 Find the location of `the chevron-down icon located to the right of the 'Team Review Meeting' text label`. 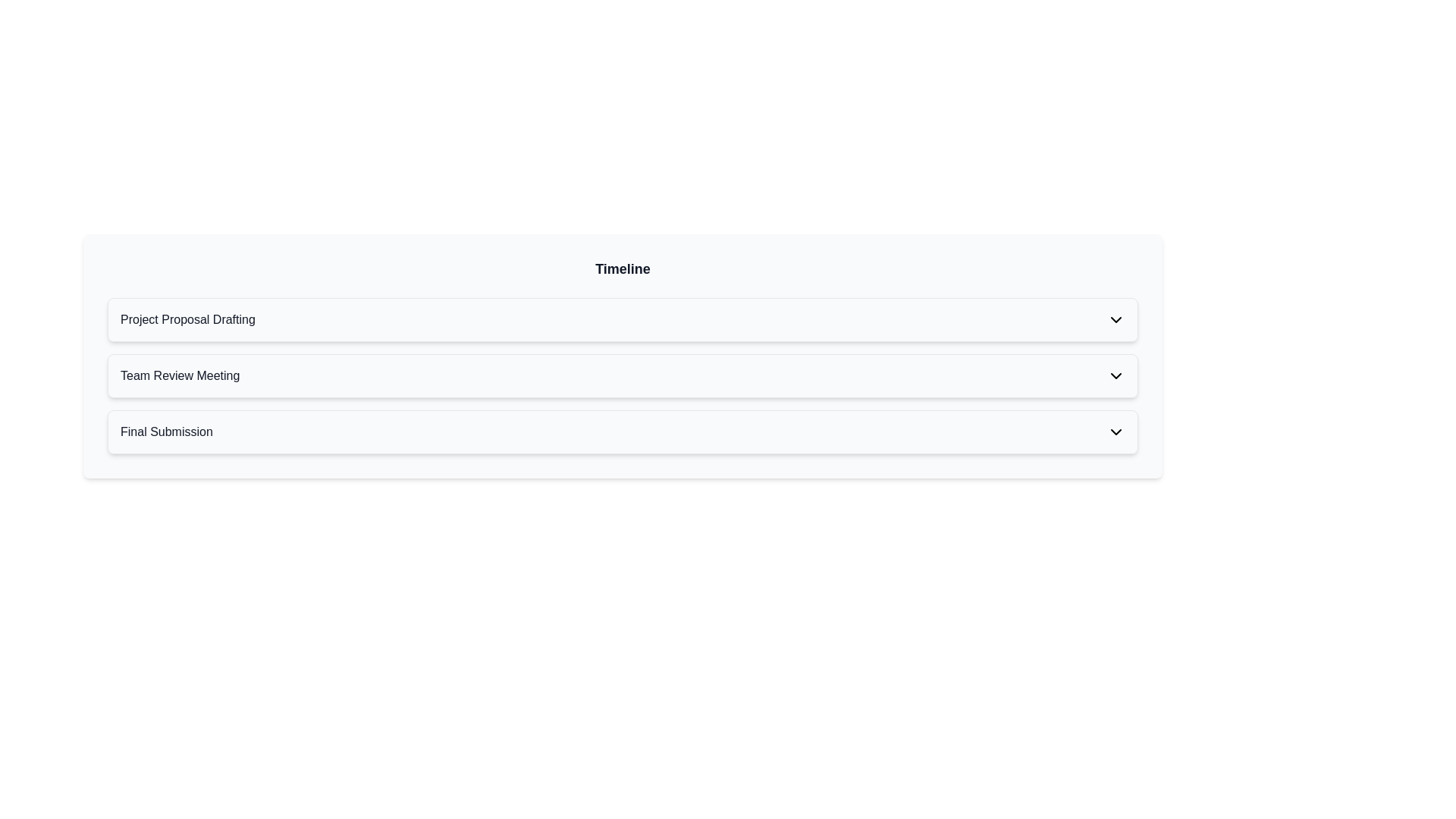

the chevron-down icon located to the right of the 'Team Review Meeting' text label is located at coordinates (1116, 375).